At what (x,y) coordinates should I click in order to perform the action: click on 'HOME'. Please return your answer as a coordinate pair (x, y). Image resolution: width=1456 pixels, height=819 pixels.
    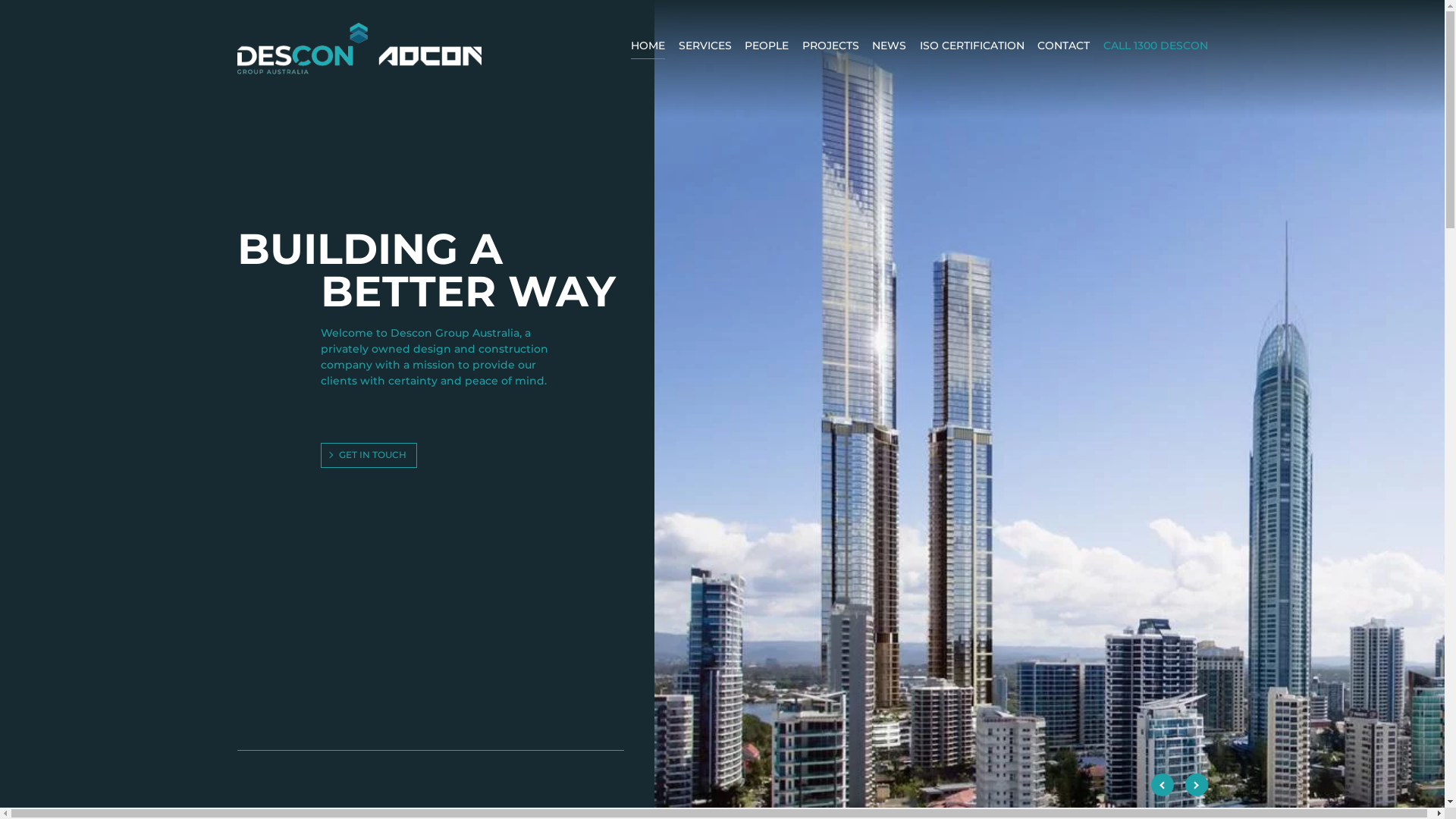
    Looking at the image, I should click on (648, 48).